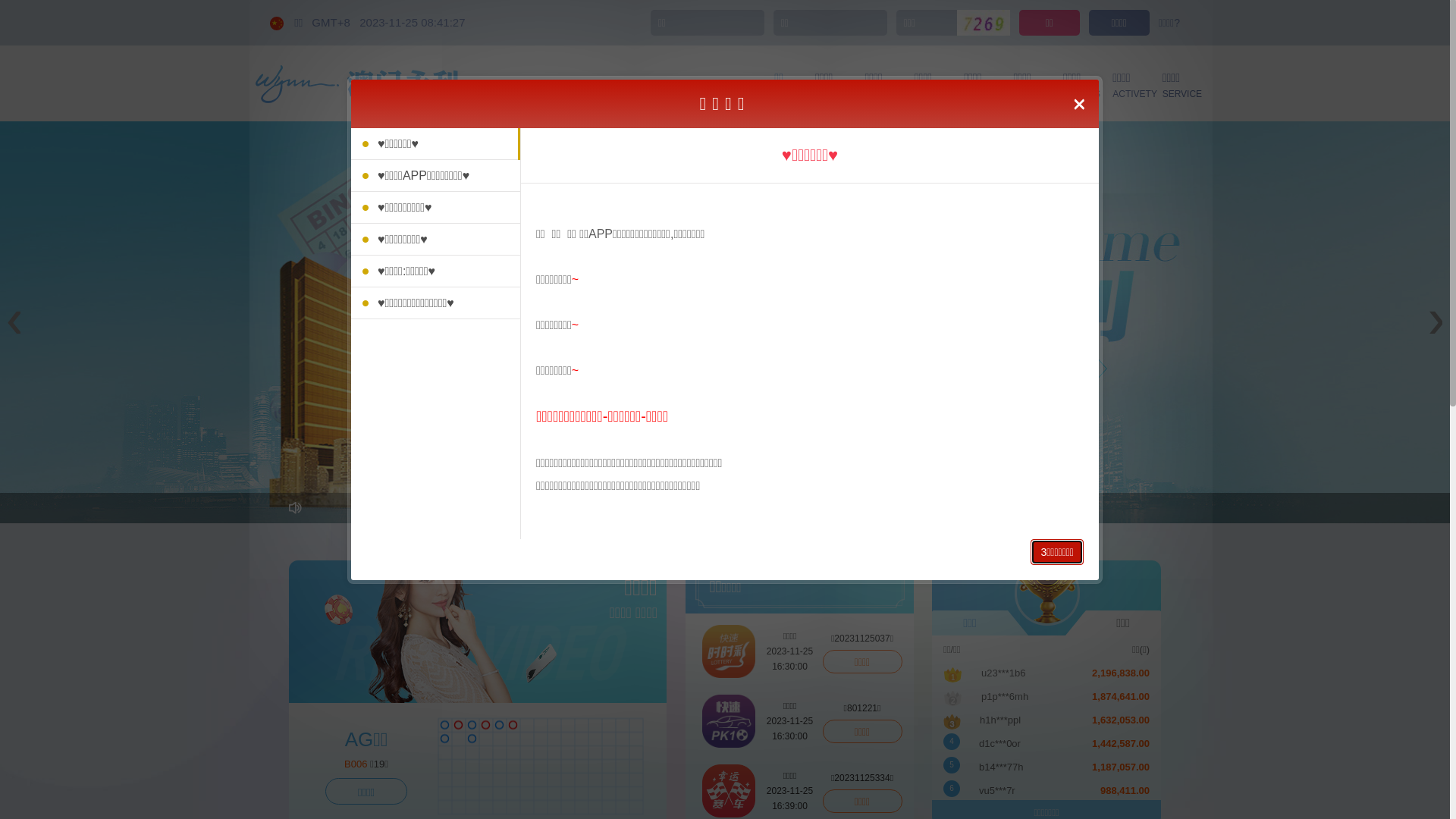  What do you see at coordinates (388, 22) in the screenshot?
I see `'GMT+8   2023-11-25 08:41:26'` at bounding box center [388, 22].